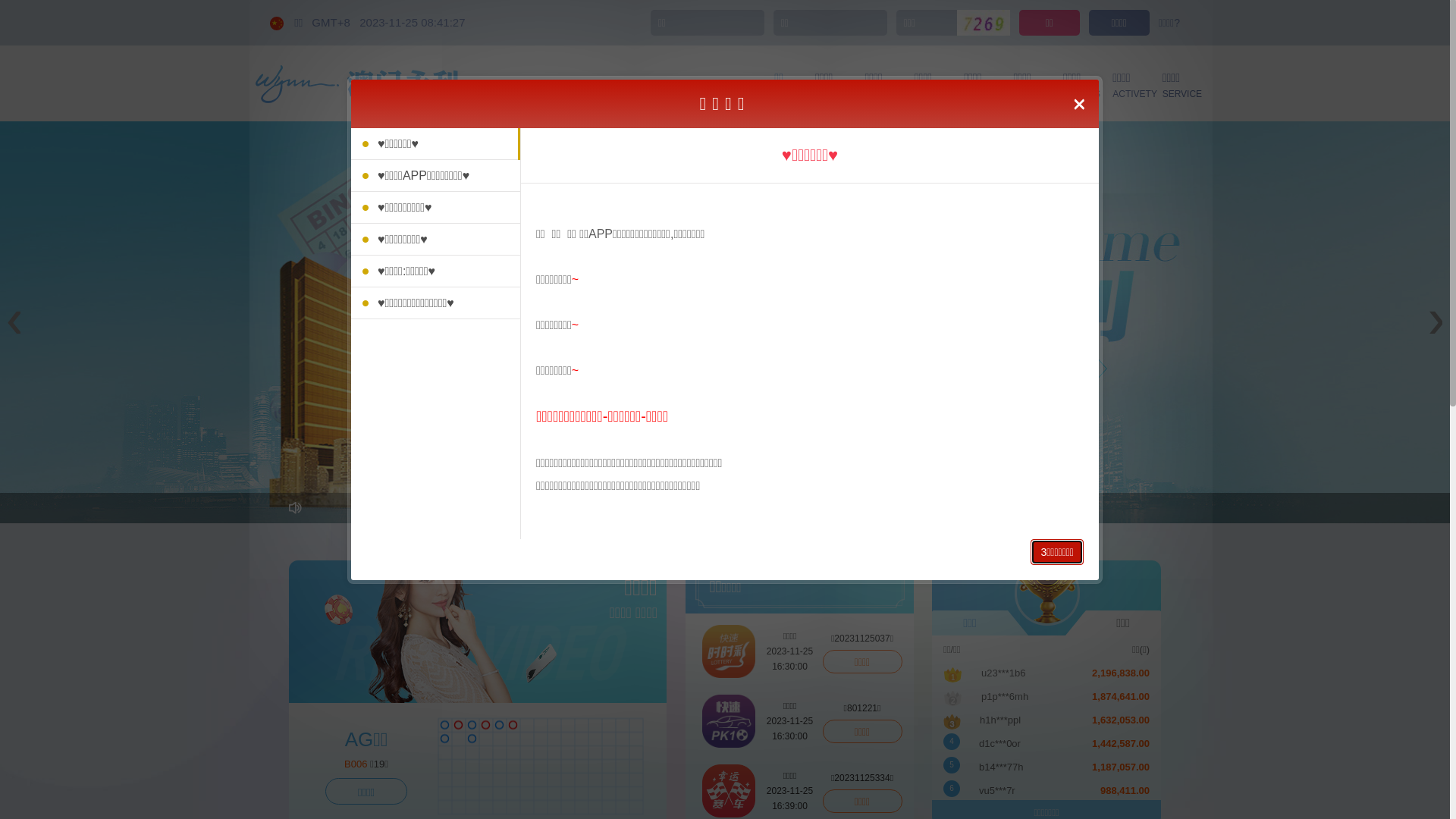  What do you see at coordinates (388, 22) in the screenshot?
I see `'GMT+8   2023-11-25 08:41:26'` at bounding box center [388, 22].